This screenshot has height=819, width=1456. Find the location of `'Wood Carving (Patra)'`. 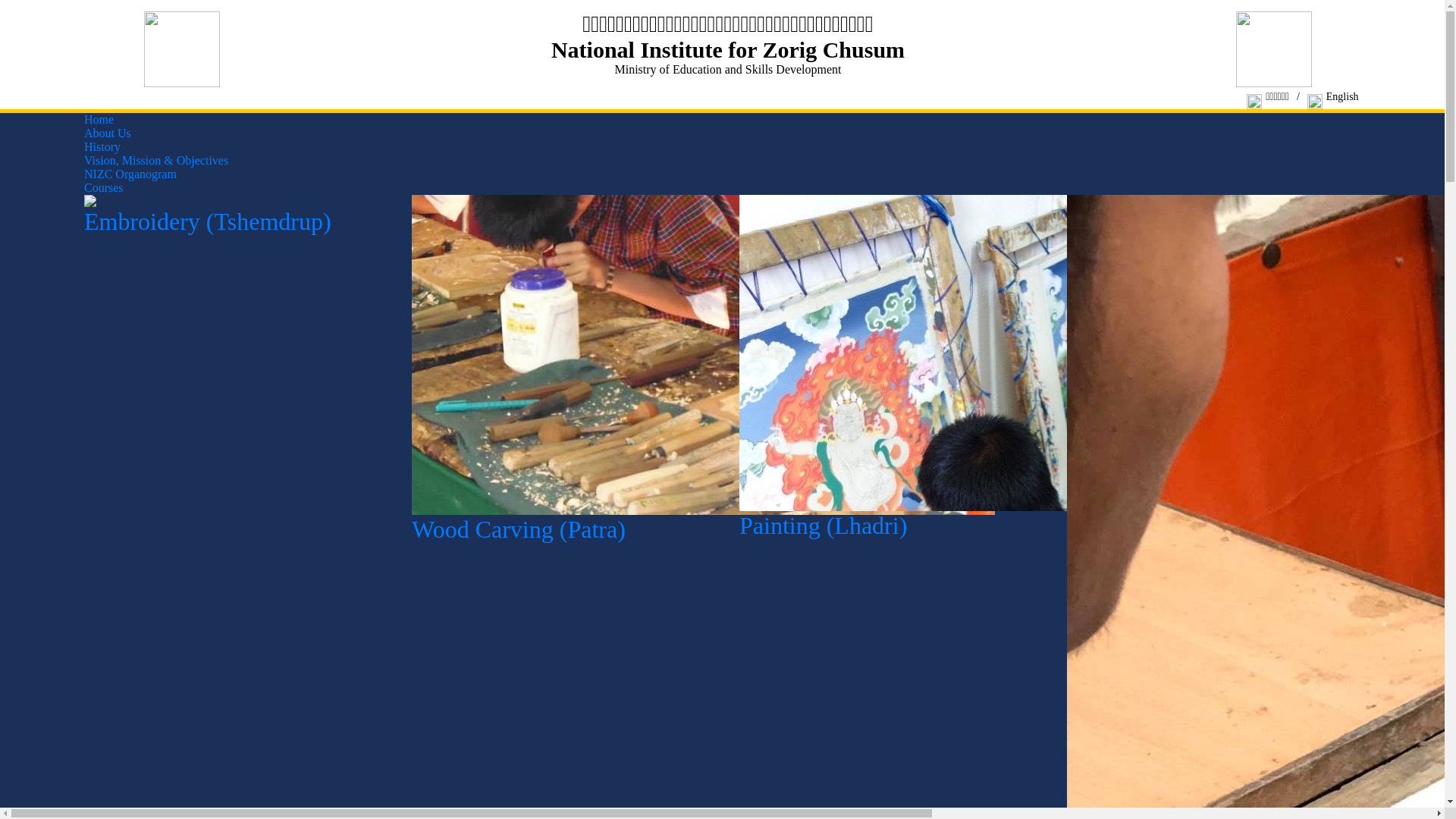

'Wood Carving (Patra)' is located at coordinates (702, 522).